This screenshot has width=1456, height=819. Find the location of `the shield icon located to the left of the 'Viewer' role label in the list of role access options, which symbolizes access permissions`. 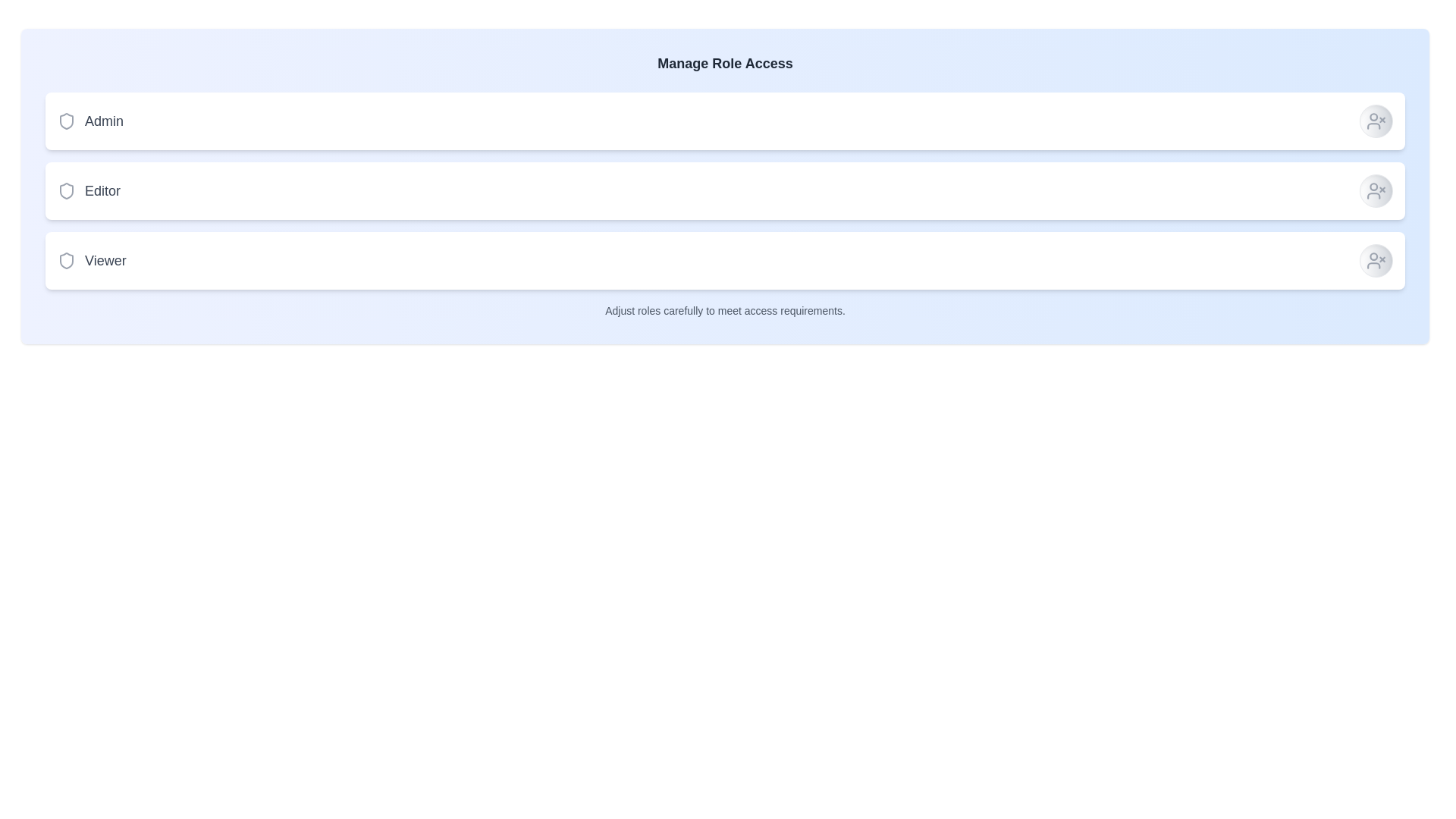

the shield icon located to the left of the 'Viewer' role label in the list of role access options, which symbolizes access permissions is located at coordinates (65, 259).